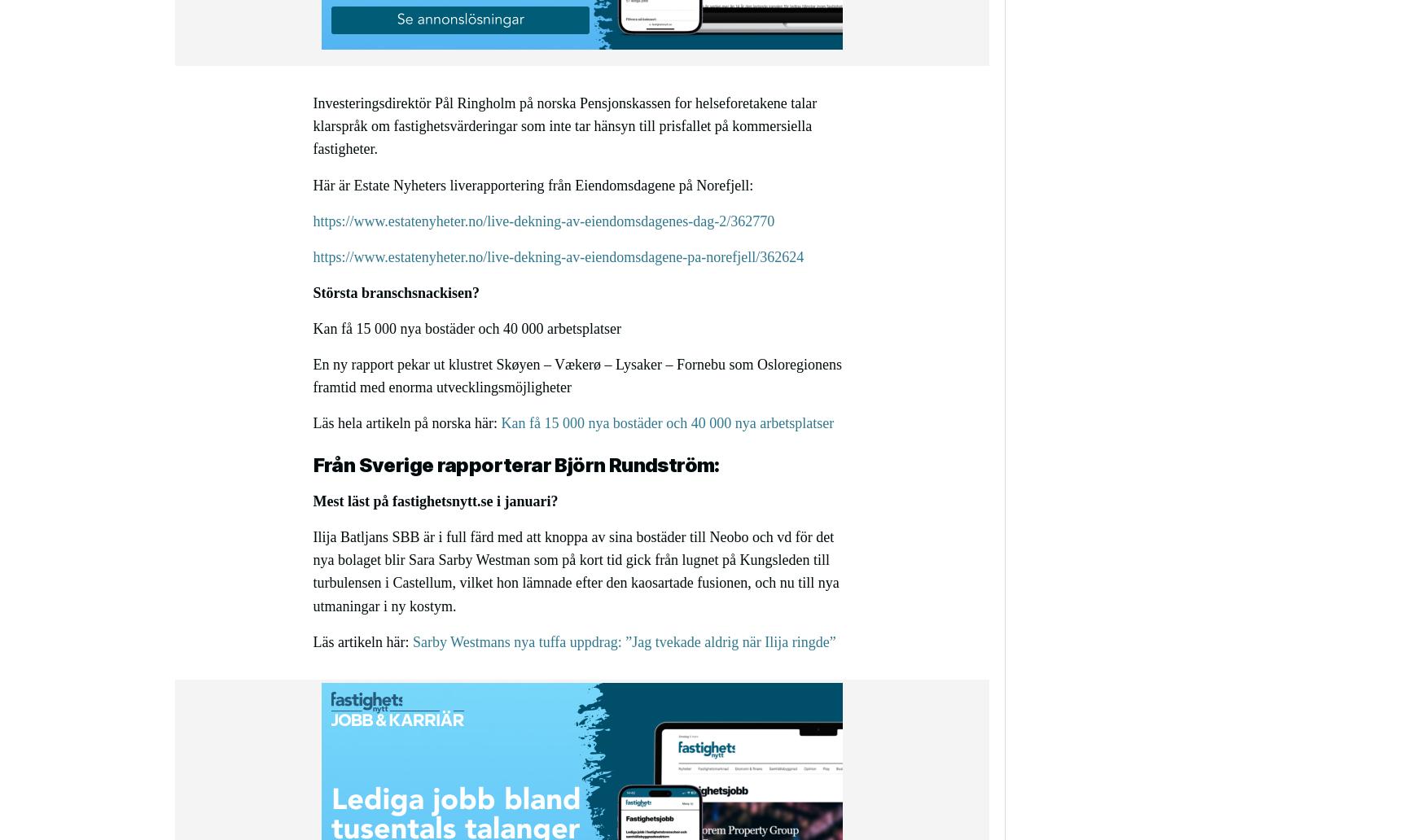  Describe the element at coordinates (622, 641) in the screenshot. I see `'Sarby Westmans nya tuffa uppdrag: ”Jag tvekade aldrig när Ilija ringde”'` at that location.